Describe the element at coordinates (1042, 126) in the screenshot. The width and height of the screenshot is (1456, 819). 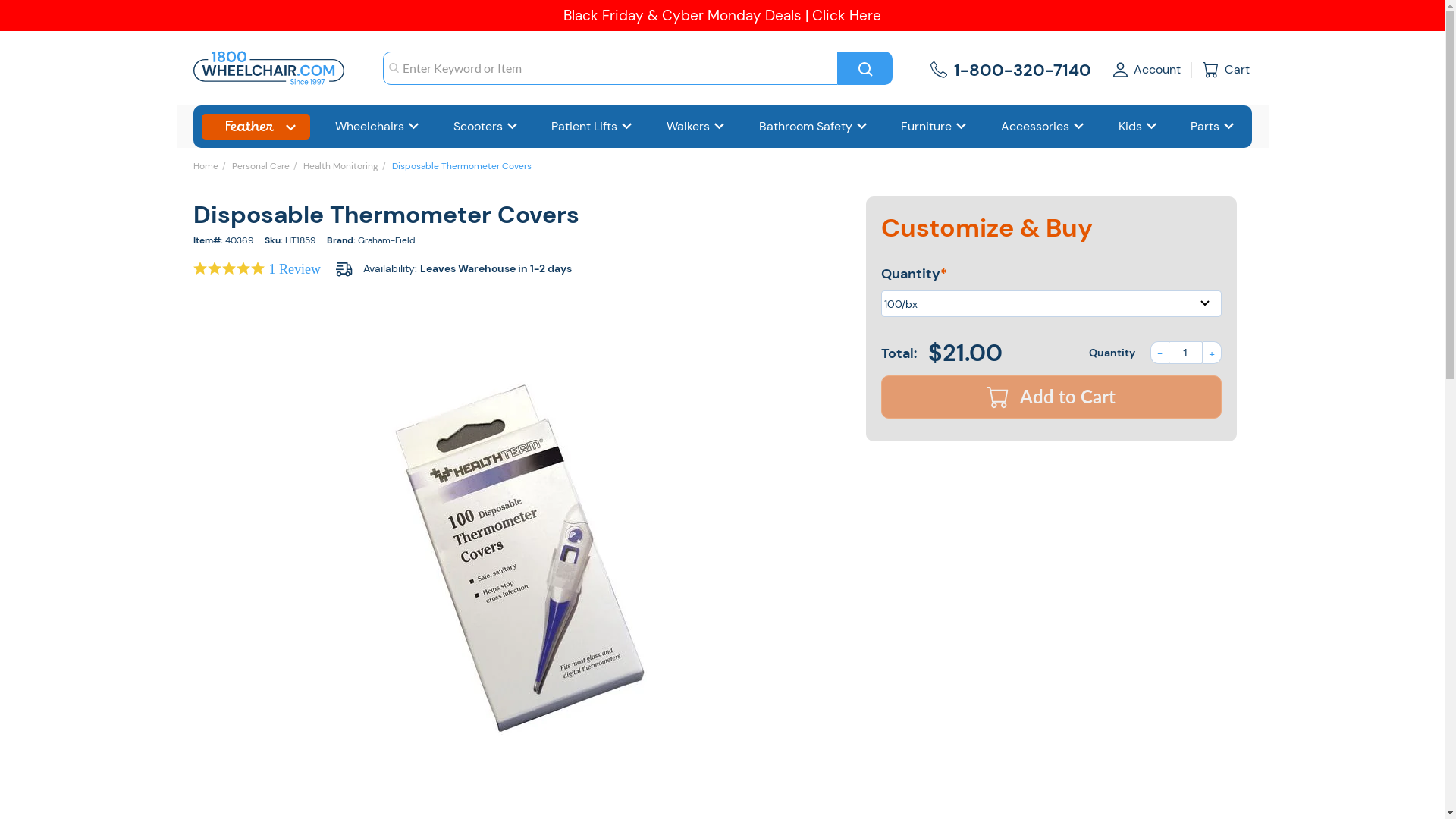
I see `'Accessories'` at that location.